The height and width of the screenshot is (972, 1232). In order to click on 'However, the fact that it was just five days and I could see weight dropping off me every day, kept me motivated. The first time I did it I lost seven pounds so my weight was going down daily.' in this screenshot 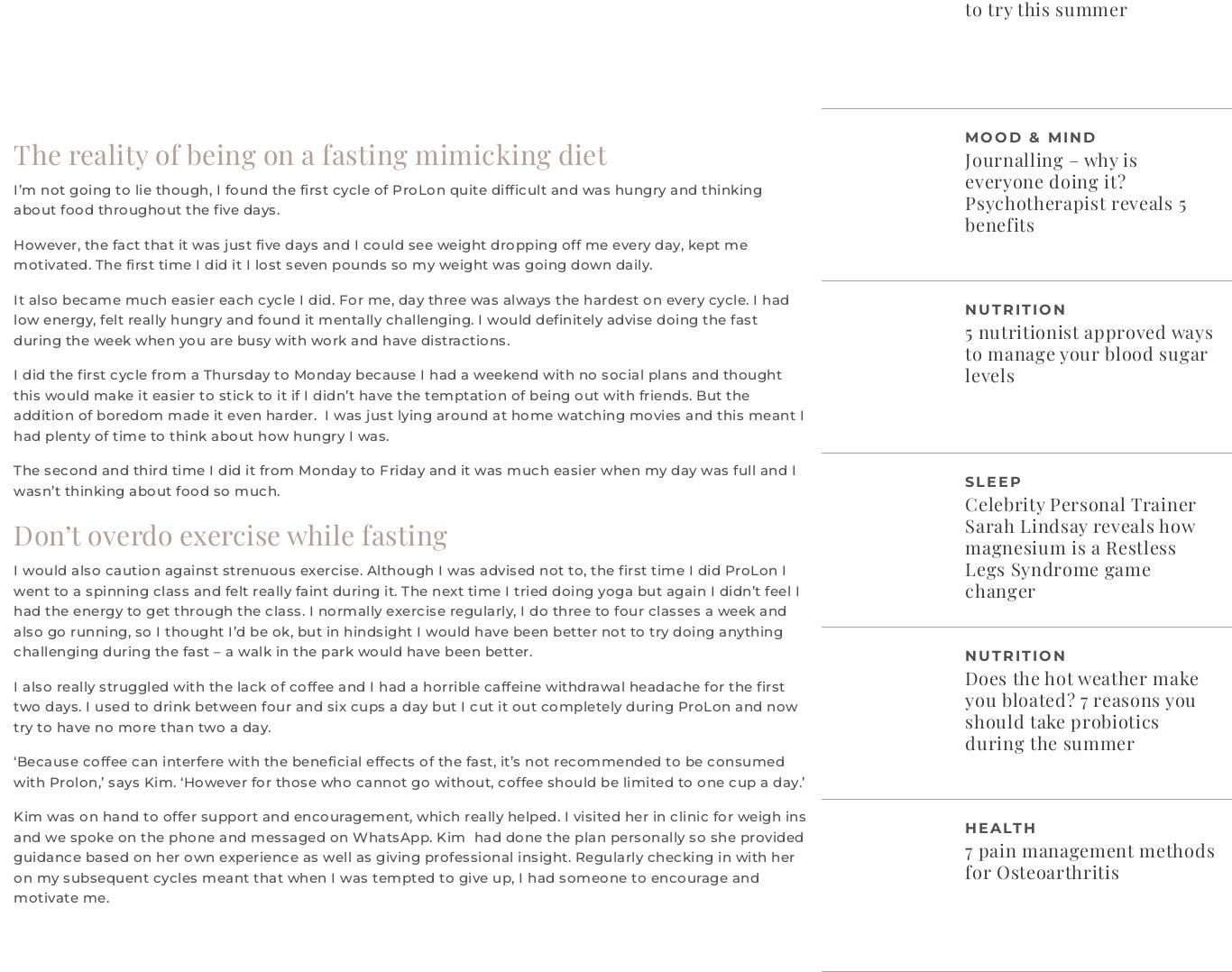, I will do `click(379, 254)`.